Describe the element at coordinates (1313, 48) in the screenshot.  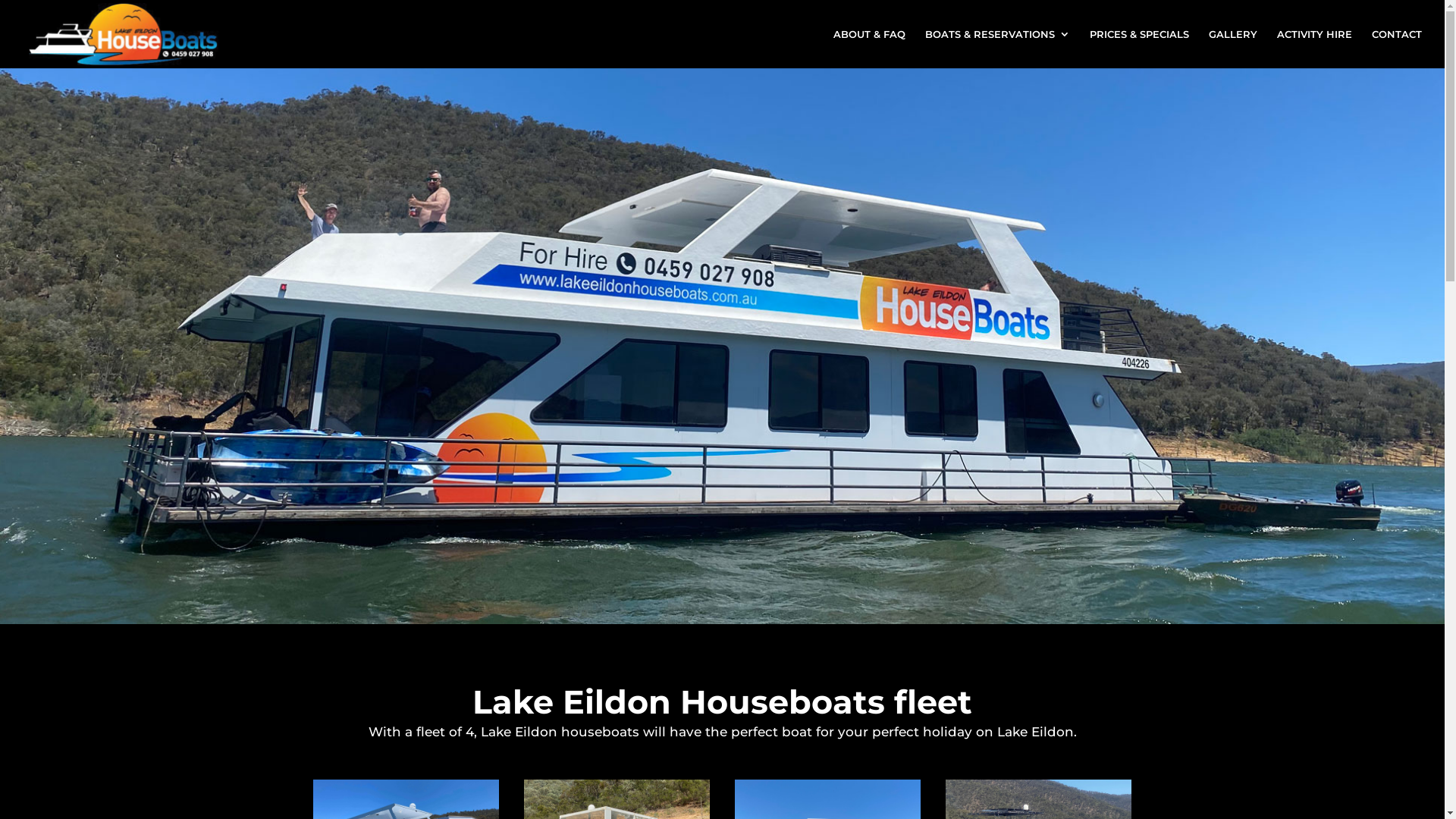
I see `'ACTIVITY HIRE'` at that location.